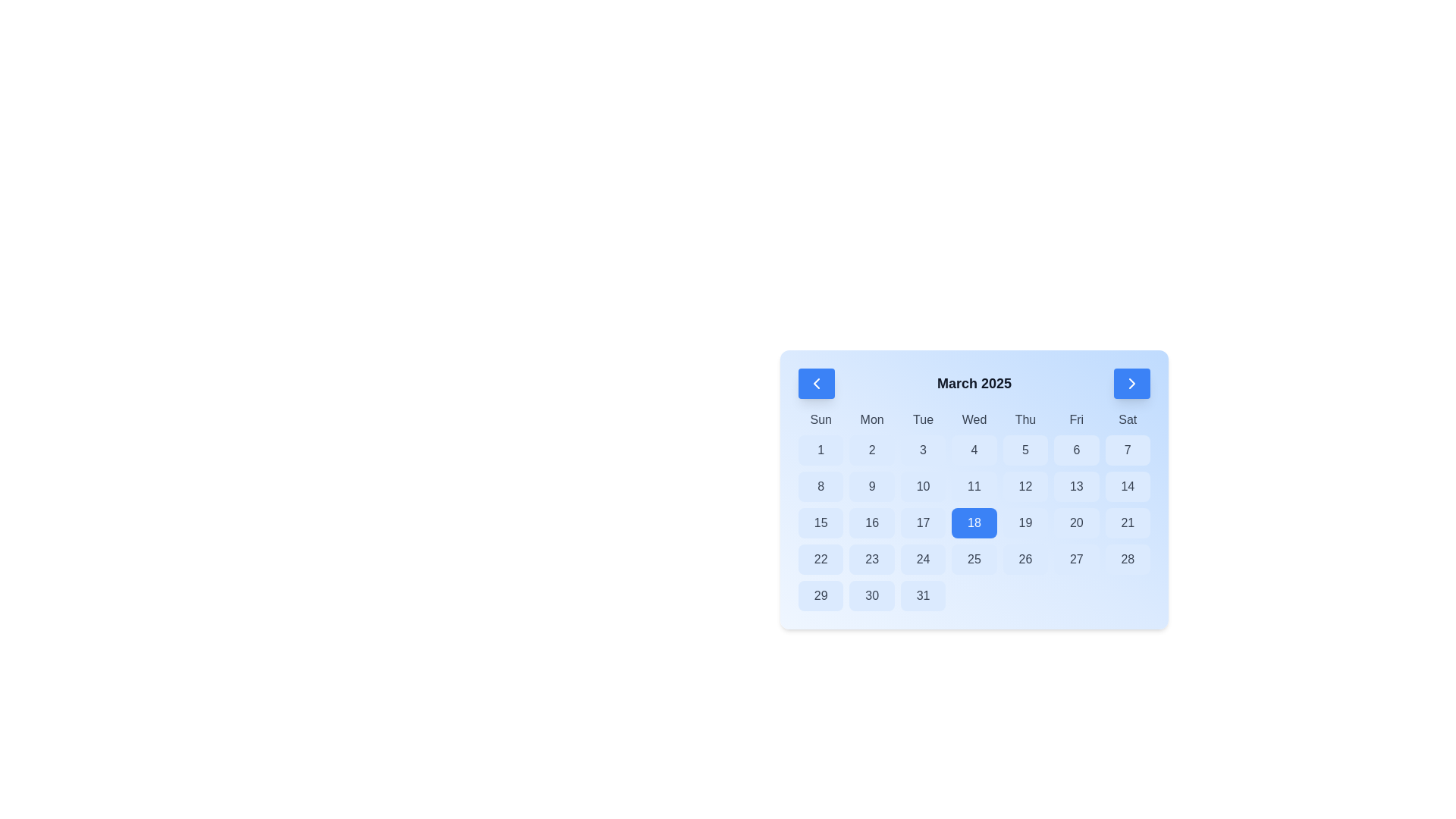 This screenshot has height=819, width=1456. I want to click on the Text Label that indicates the current month and year of the displayed calendar, located centrally between two interactive arrow buttons, so click(974, 382).